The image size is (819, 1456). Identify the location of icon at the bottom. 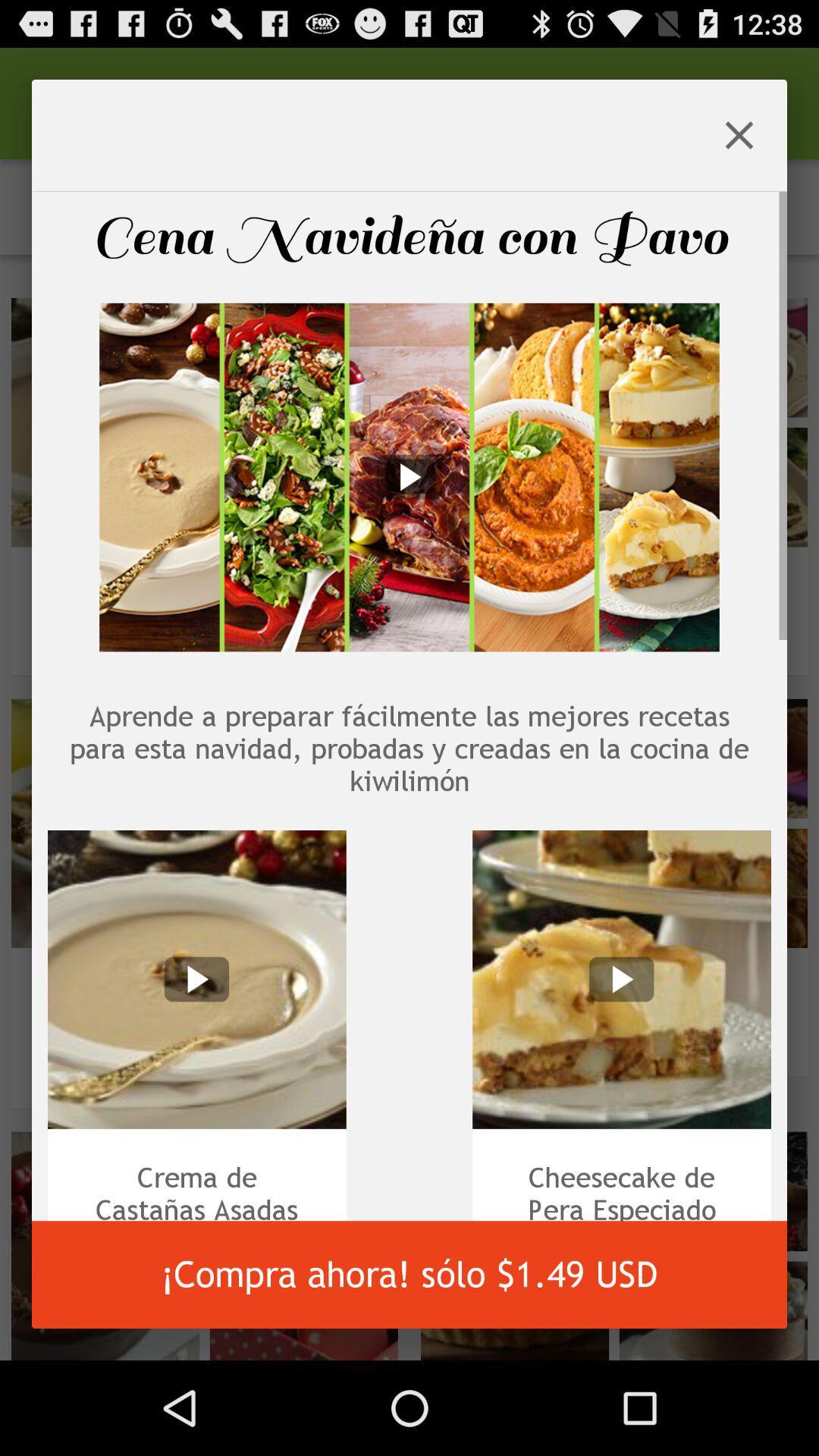
(409, 1274).